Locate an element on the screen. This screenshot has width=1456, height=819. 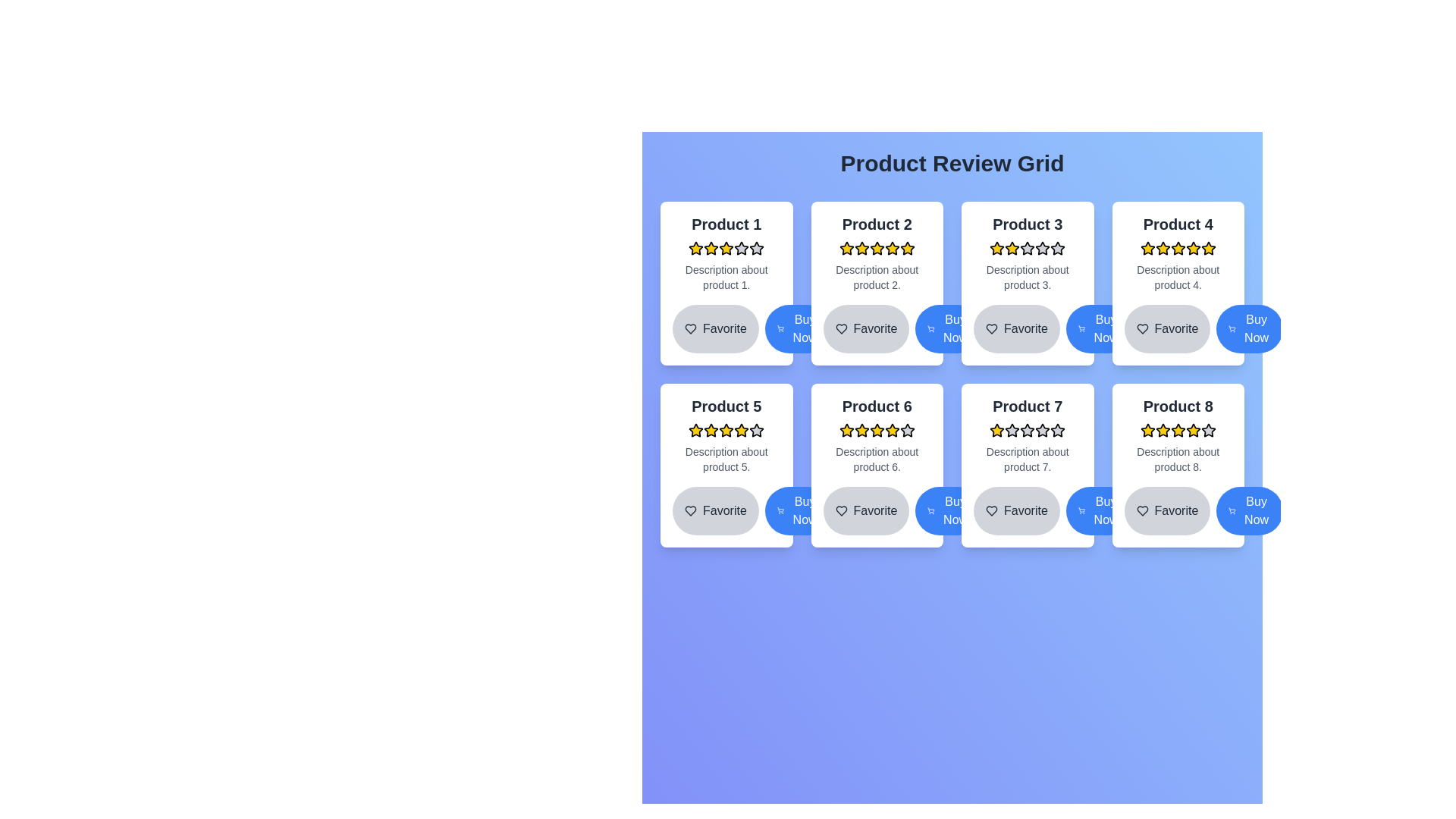
the fifth star icon in the rating sequence for 'Product 7' is located at coordinates (1057, 430).